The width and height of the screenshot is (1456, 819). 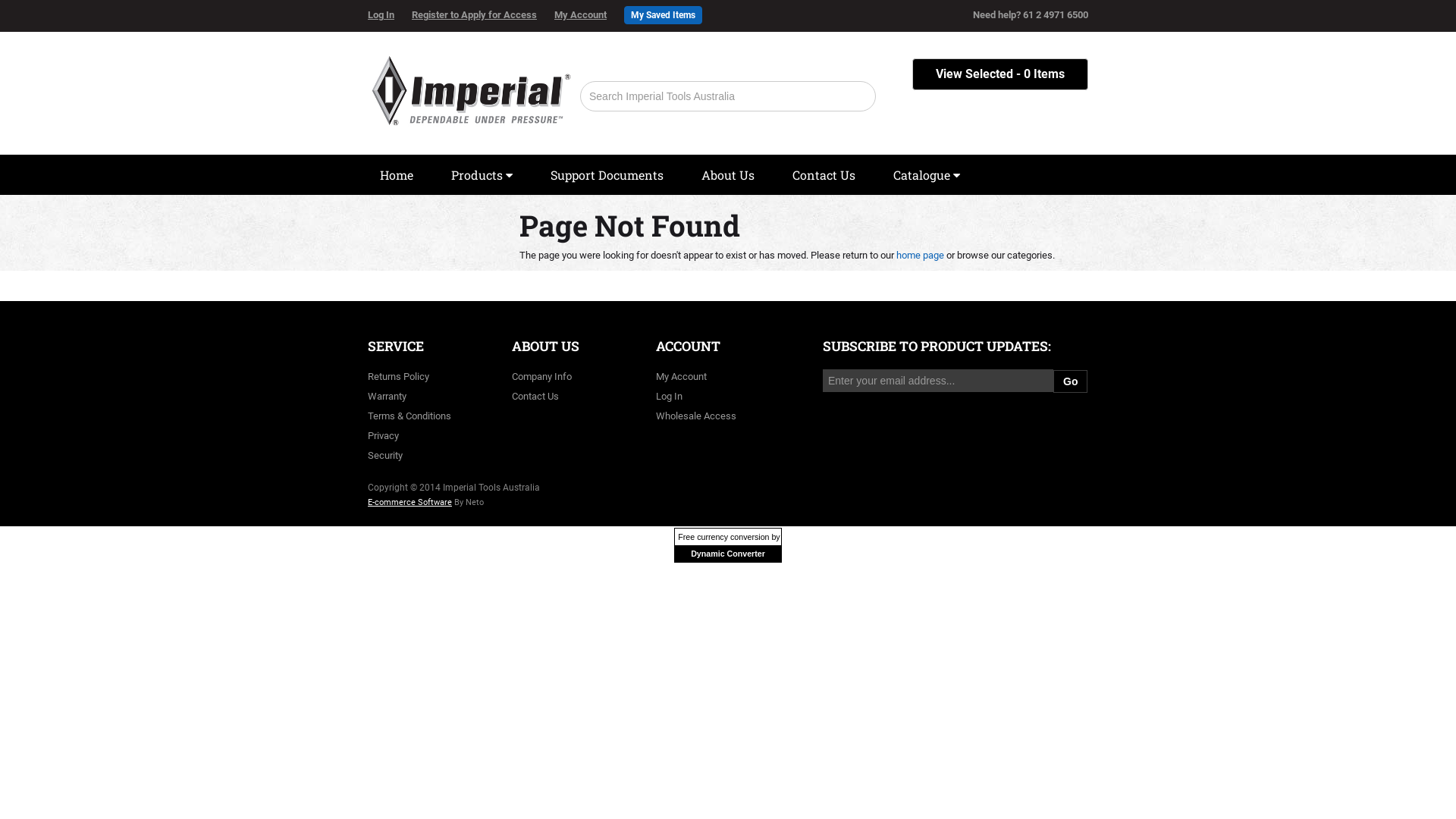 What do you see at coordinates (926, 174) in the screenshot?
I see `'Catalogue'` at bounding box center [926, 174].